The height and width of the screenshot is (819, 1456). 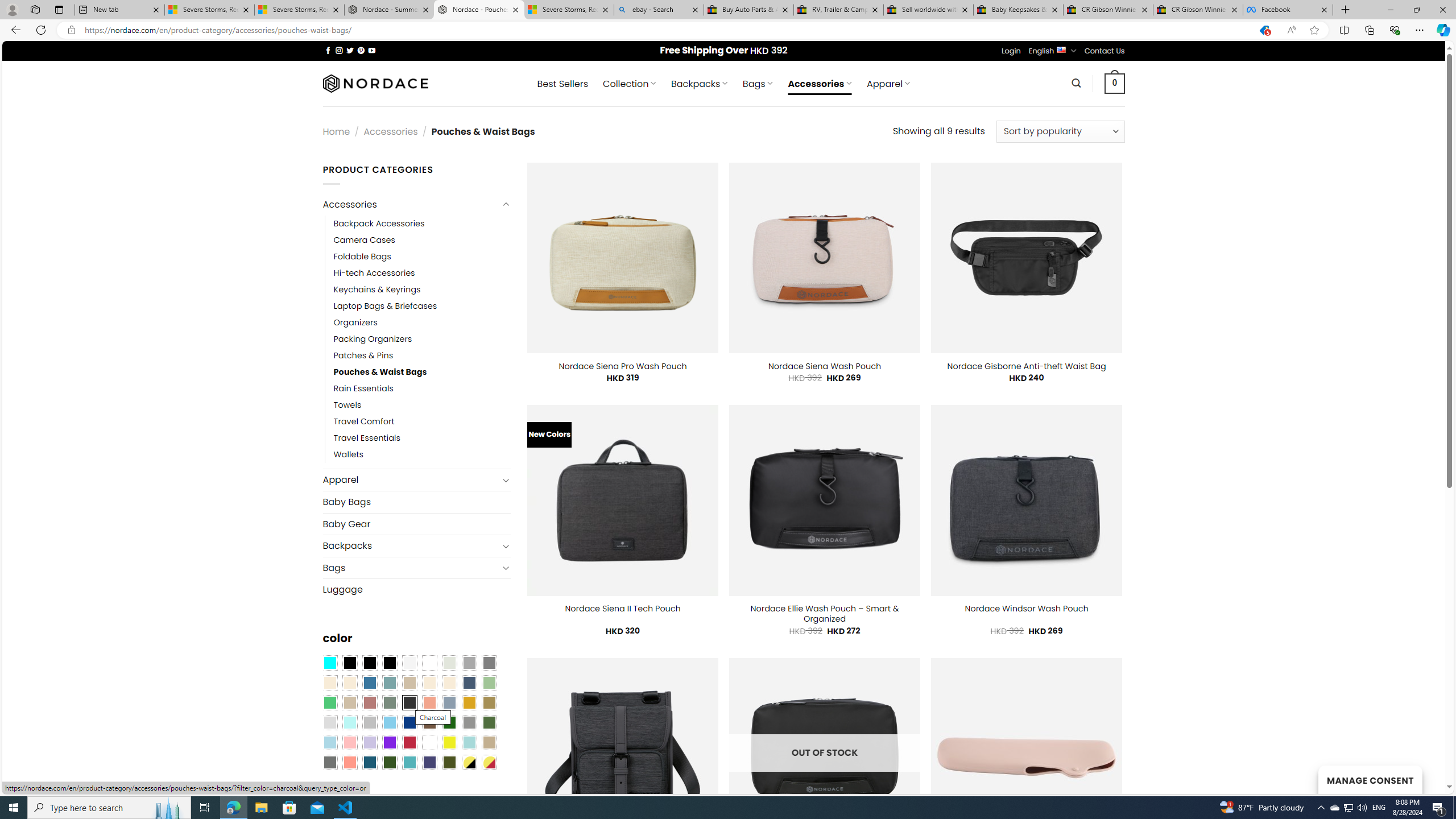 I want to click on 'Backpack Accessories', so click(x=378, y=222).